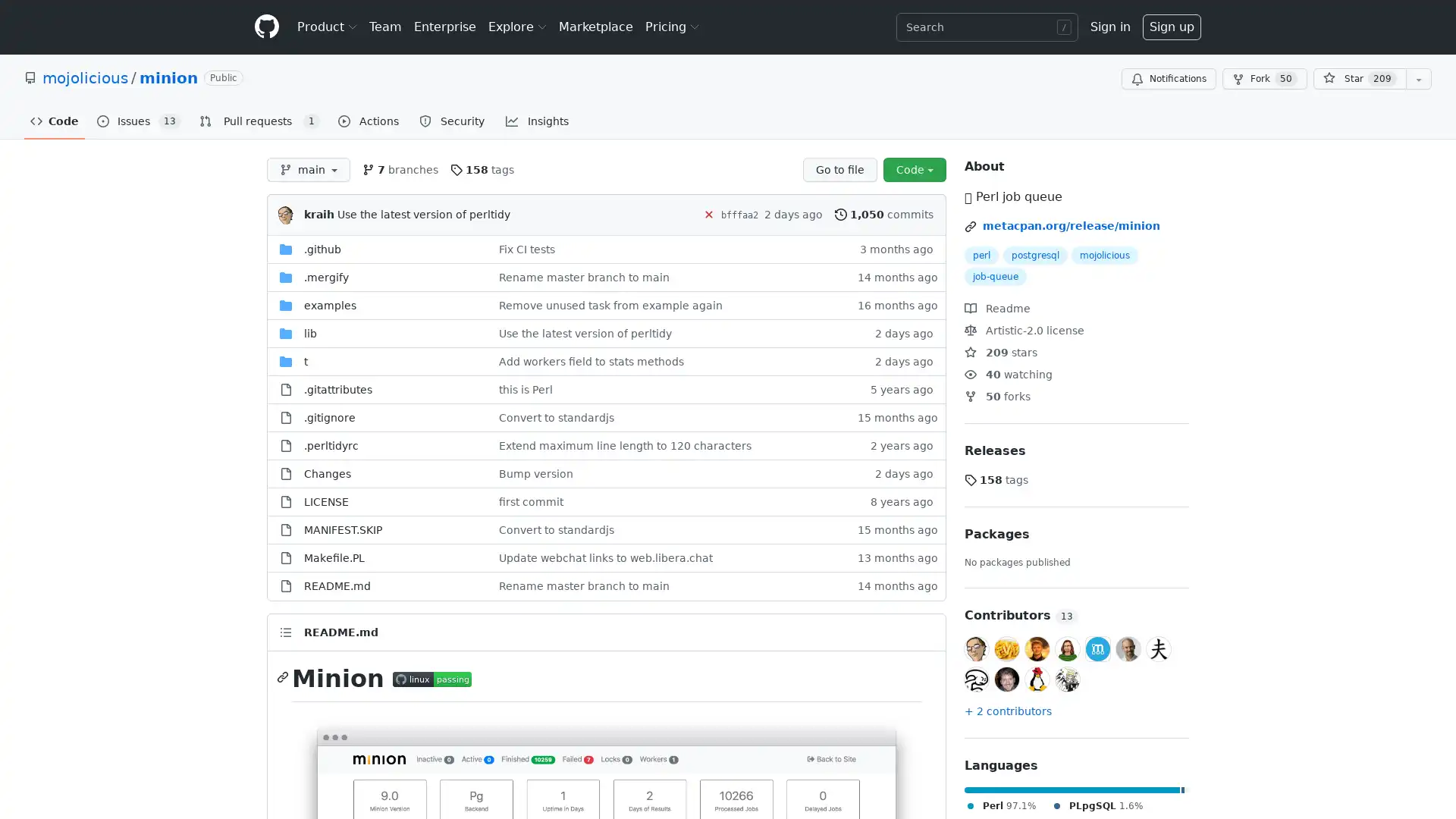  Describe the element at coordinates (1418, 79) in the screenshot. I see `You must be signed in to add this repository to a list` at that location.